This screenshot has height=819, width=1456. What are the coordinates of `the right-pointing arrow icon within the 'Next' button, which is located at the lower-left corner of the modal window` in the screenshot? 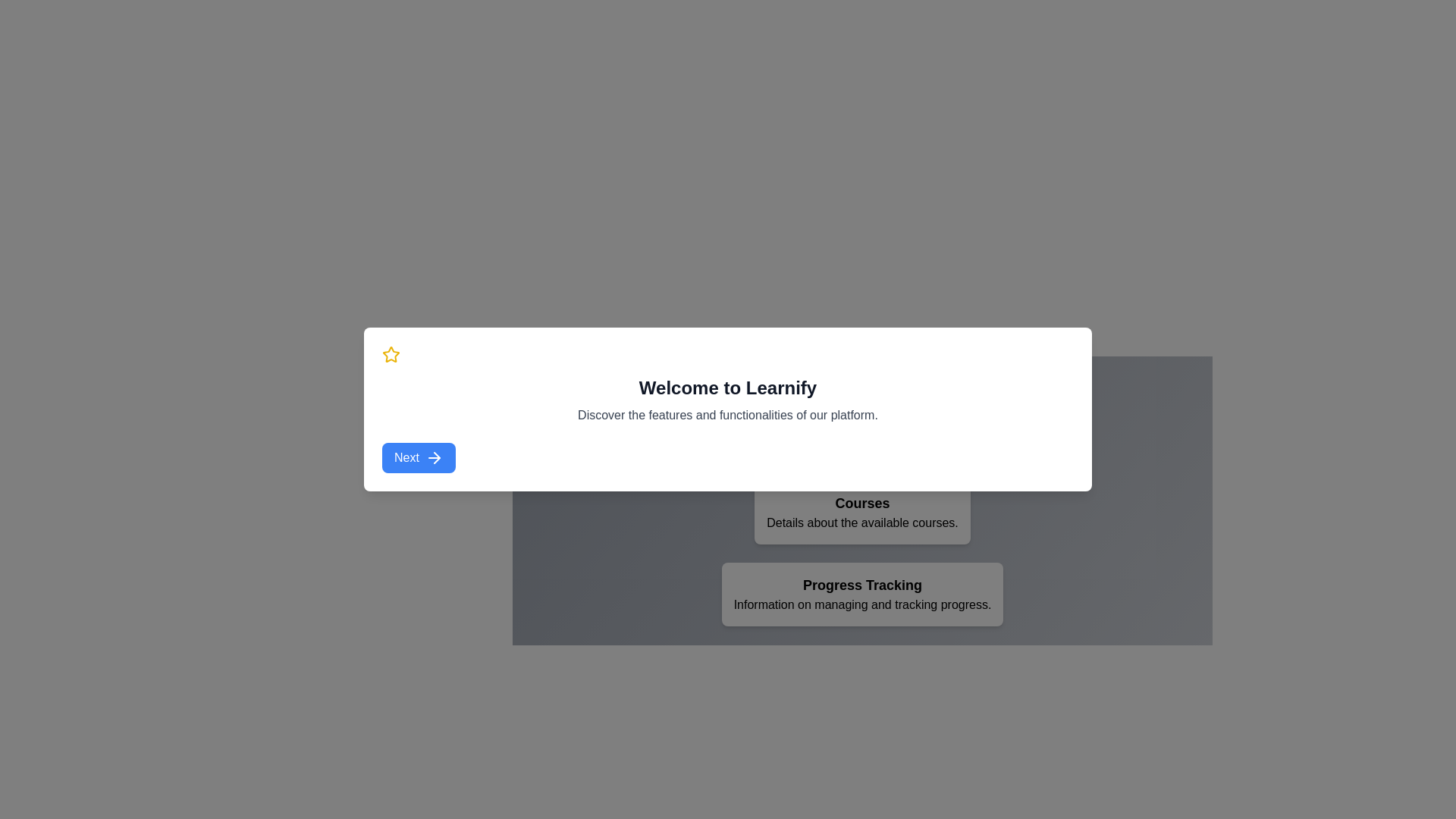 It's located at (434, 457).